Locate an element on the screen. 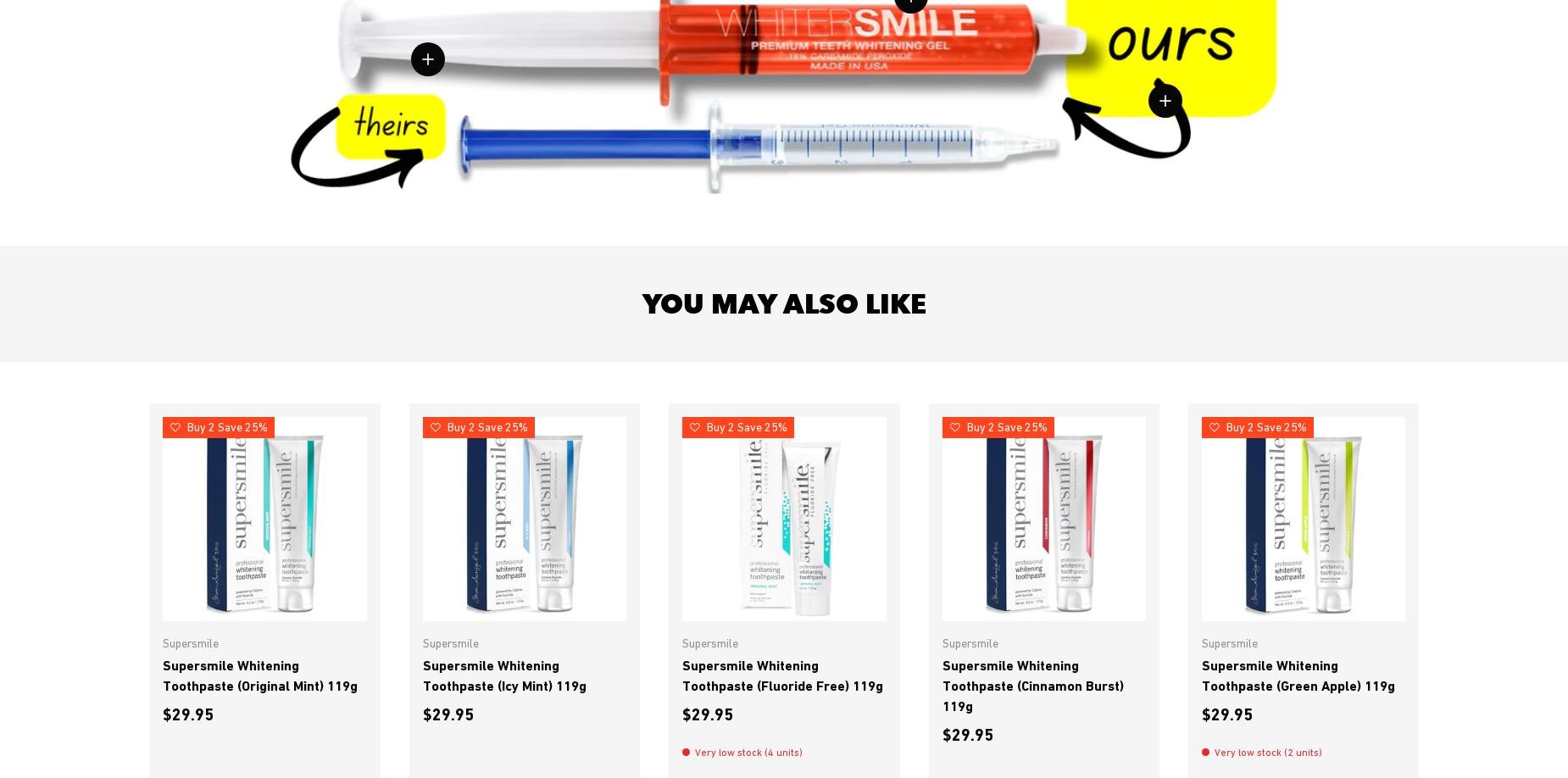 The image size is (1568, 778). 'Supersmile Whitening Toothpaste (Fluoride Free) 119g' is located at coordinates (782, 675).